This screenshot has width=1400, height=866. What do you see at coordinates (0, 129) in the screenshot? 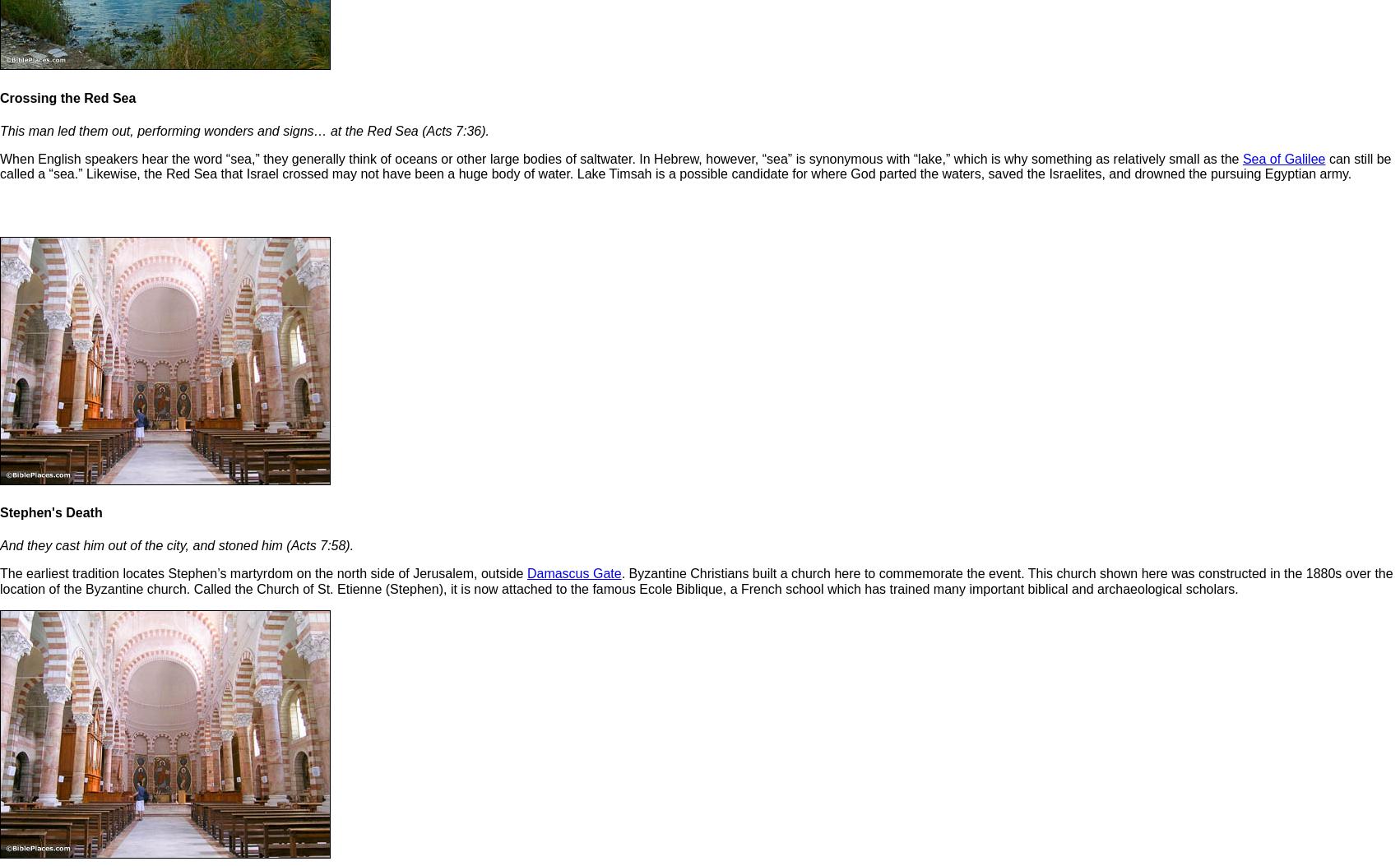
I see `'This man led them out, performing wonders and signs… at the Red Sea (Acts 7:36).'` at bounding box center [0, 129].